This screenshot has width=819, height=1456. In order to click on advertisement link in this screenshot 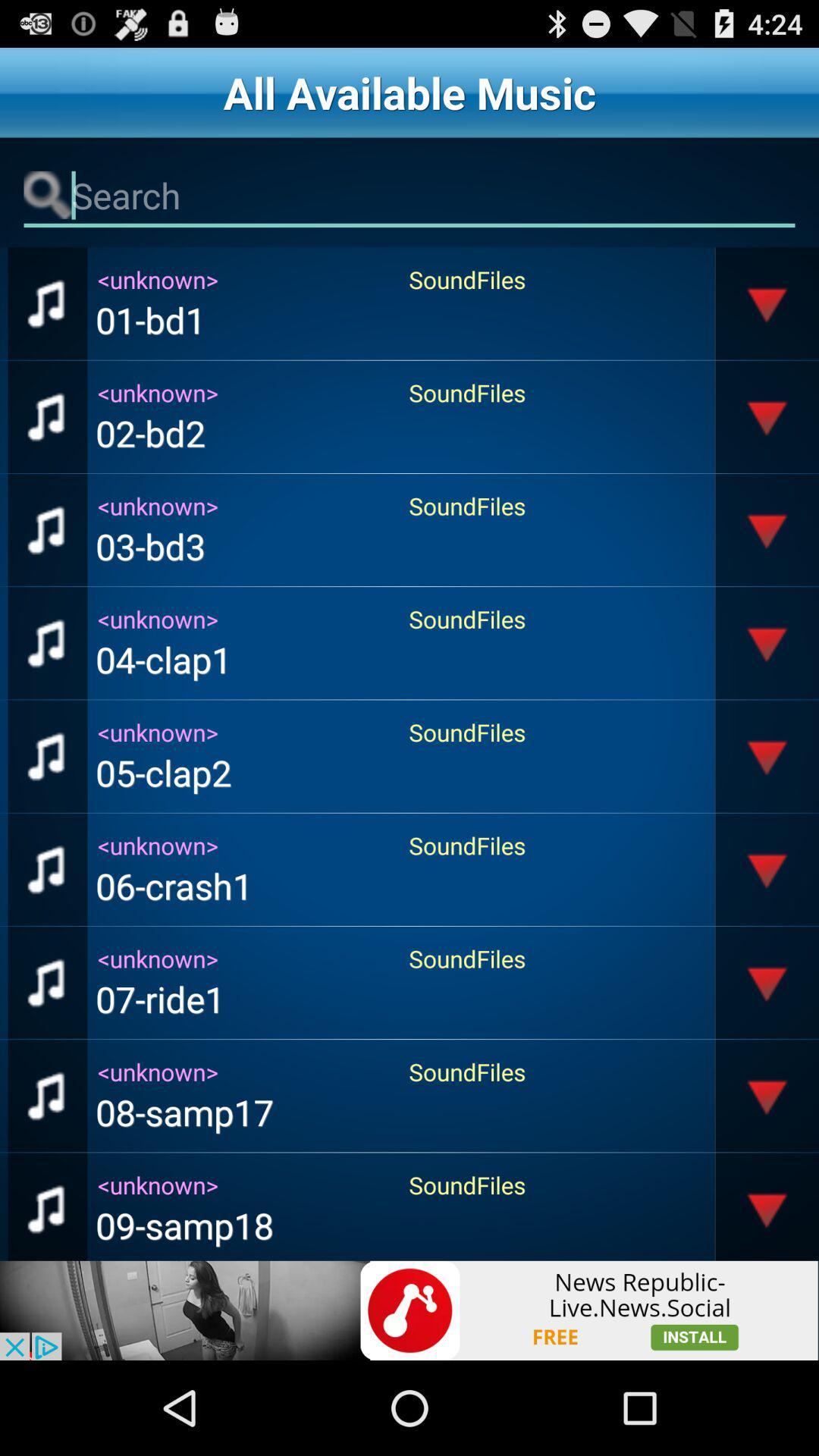, I will do `click(409, 1310)`.